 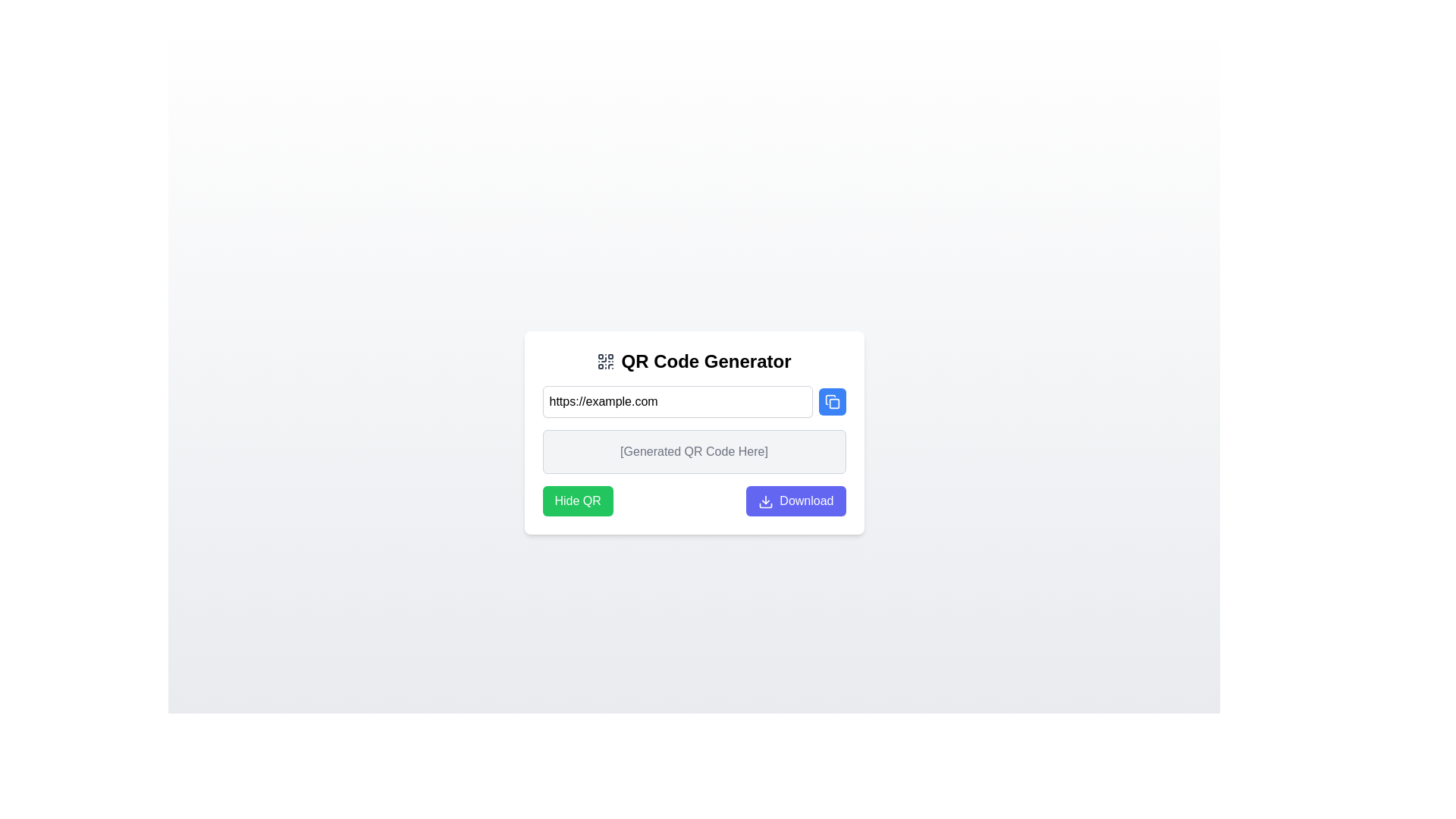 I want to click on the button labeled 'Download' which contains the download icon to initiate the download action, so click(x=766, y=501).